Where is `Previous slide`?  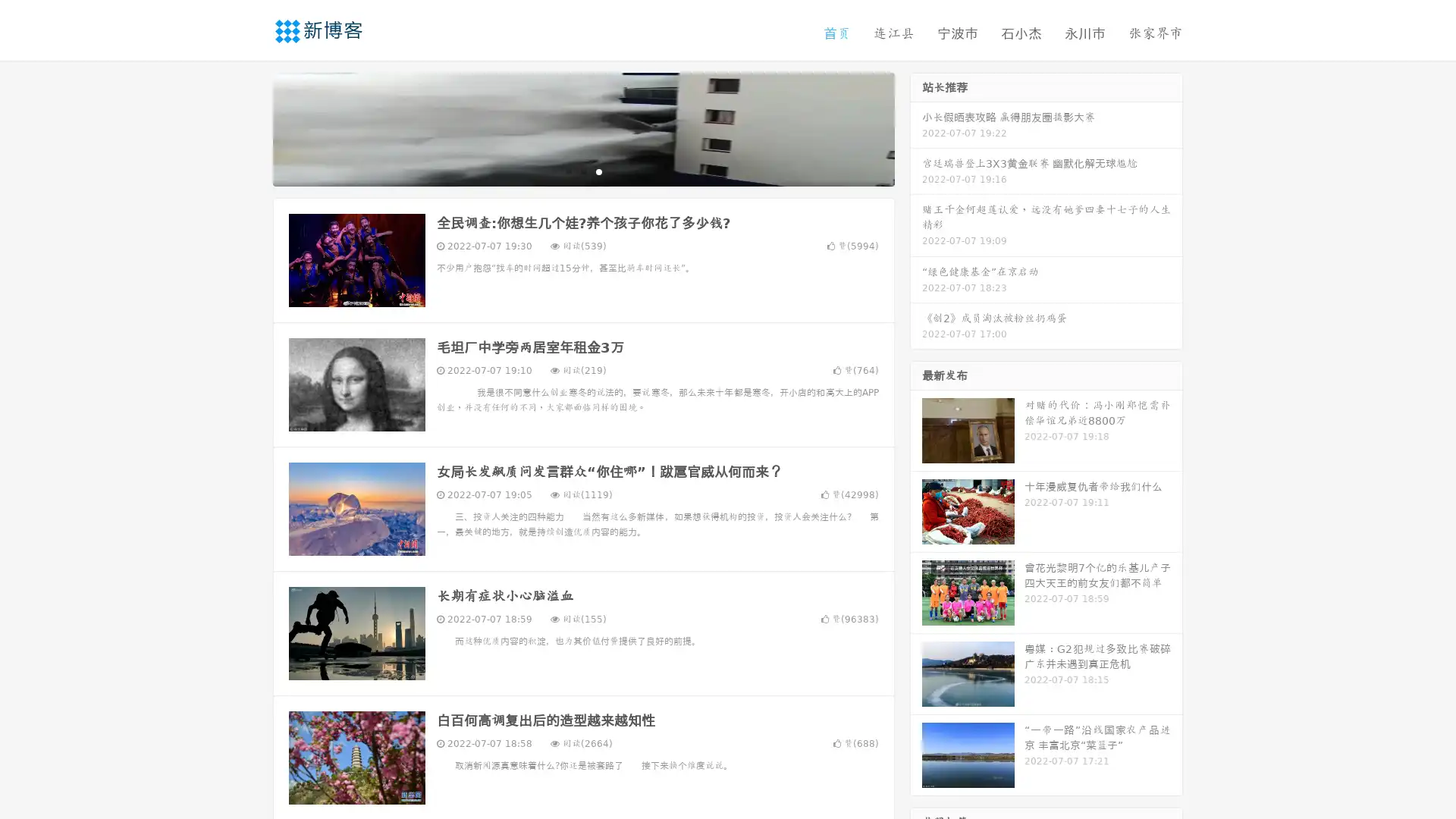 Previous slide is located at coordinates (250, 127).